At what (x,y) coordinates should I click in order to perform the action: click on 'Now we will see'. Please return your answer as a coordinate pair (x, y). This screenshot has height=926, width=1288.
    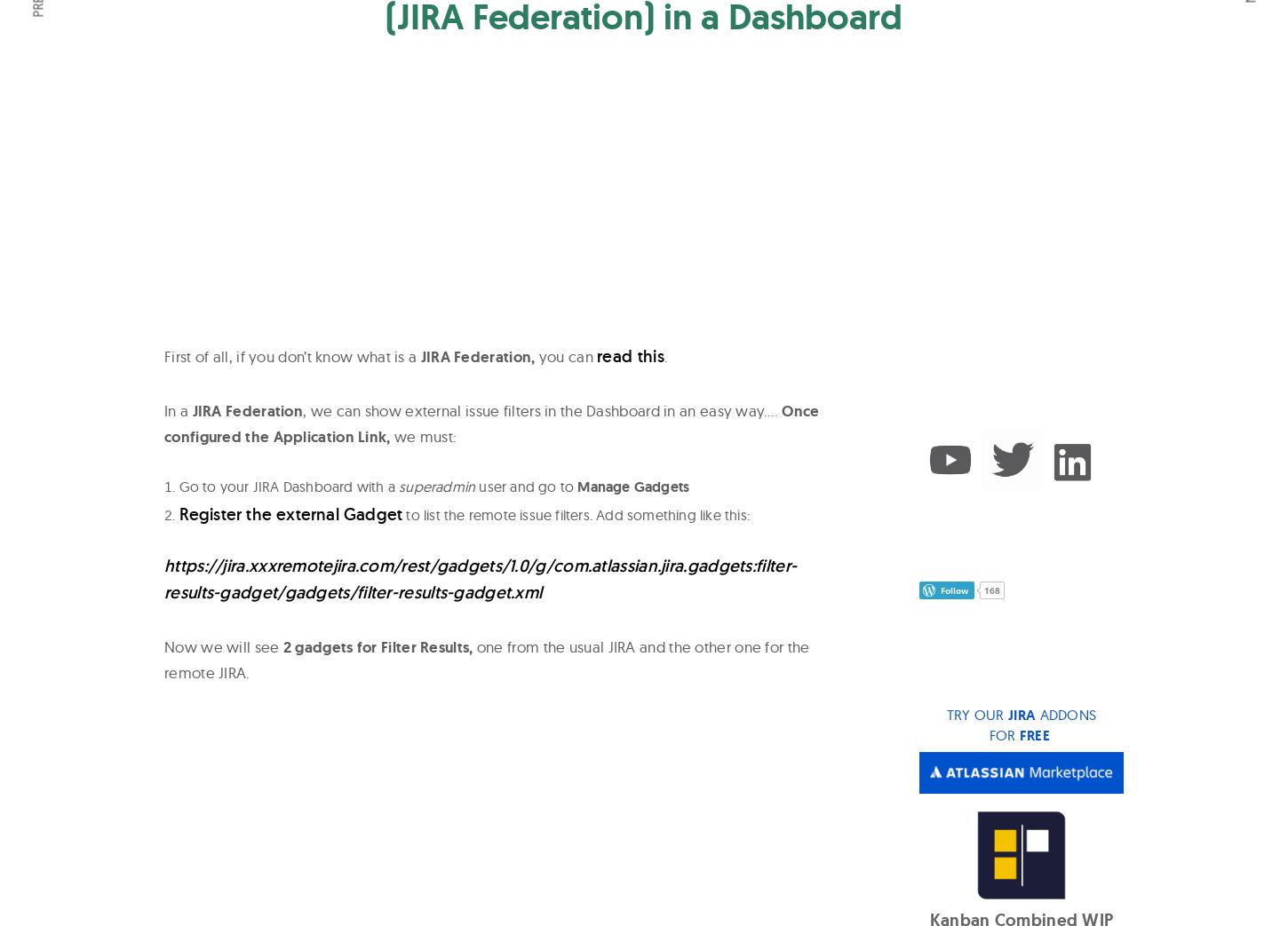
    Looking at the image, I should click on (223, 646).